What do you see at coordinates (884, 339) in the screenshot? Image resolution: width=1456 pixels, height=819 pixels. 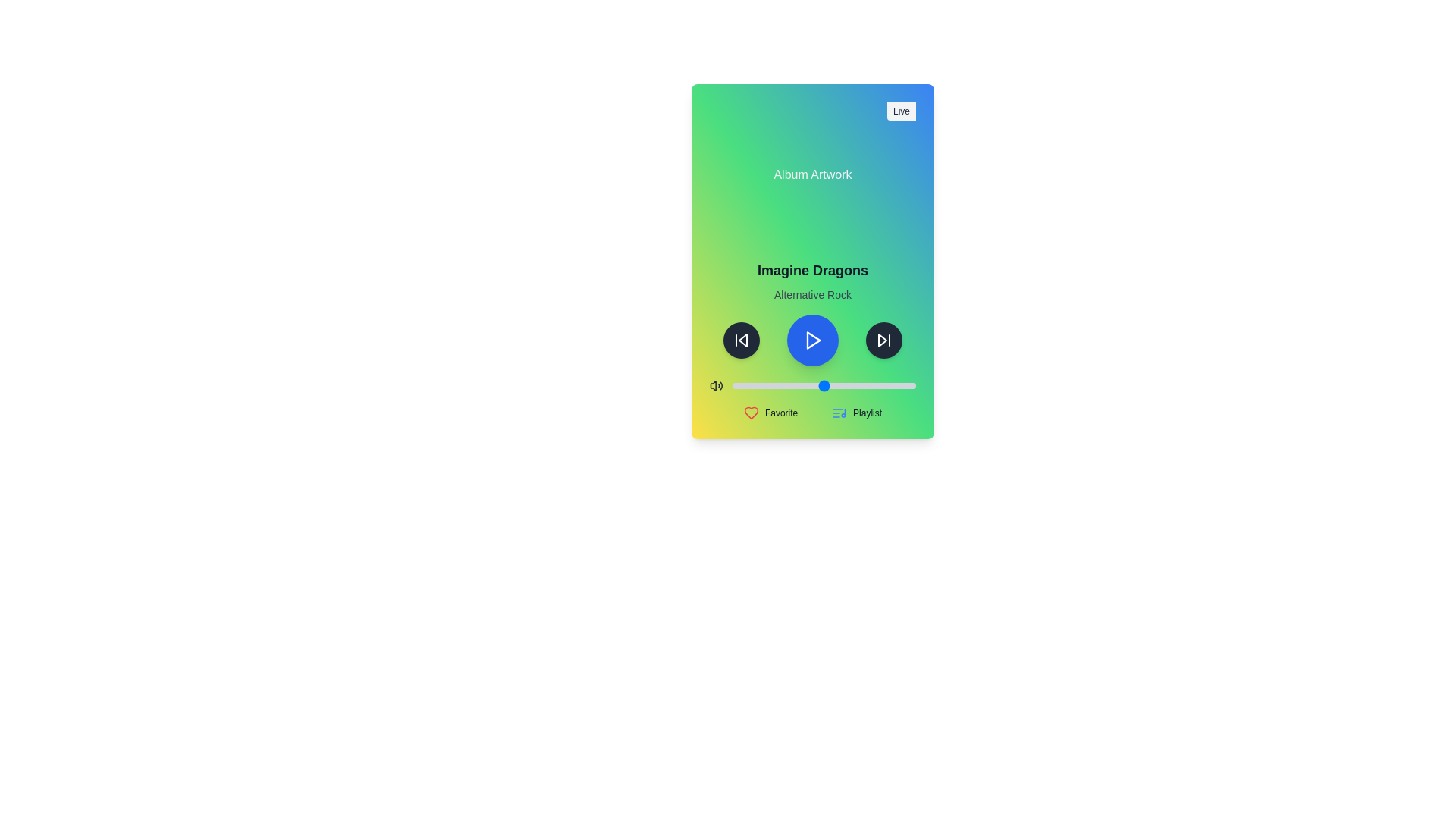 I see `the 'skip forward' button in the media player interface to skip to the next track` at bounding box center [884, 339].